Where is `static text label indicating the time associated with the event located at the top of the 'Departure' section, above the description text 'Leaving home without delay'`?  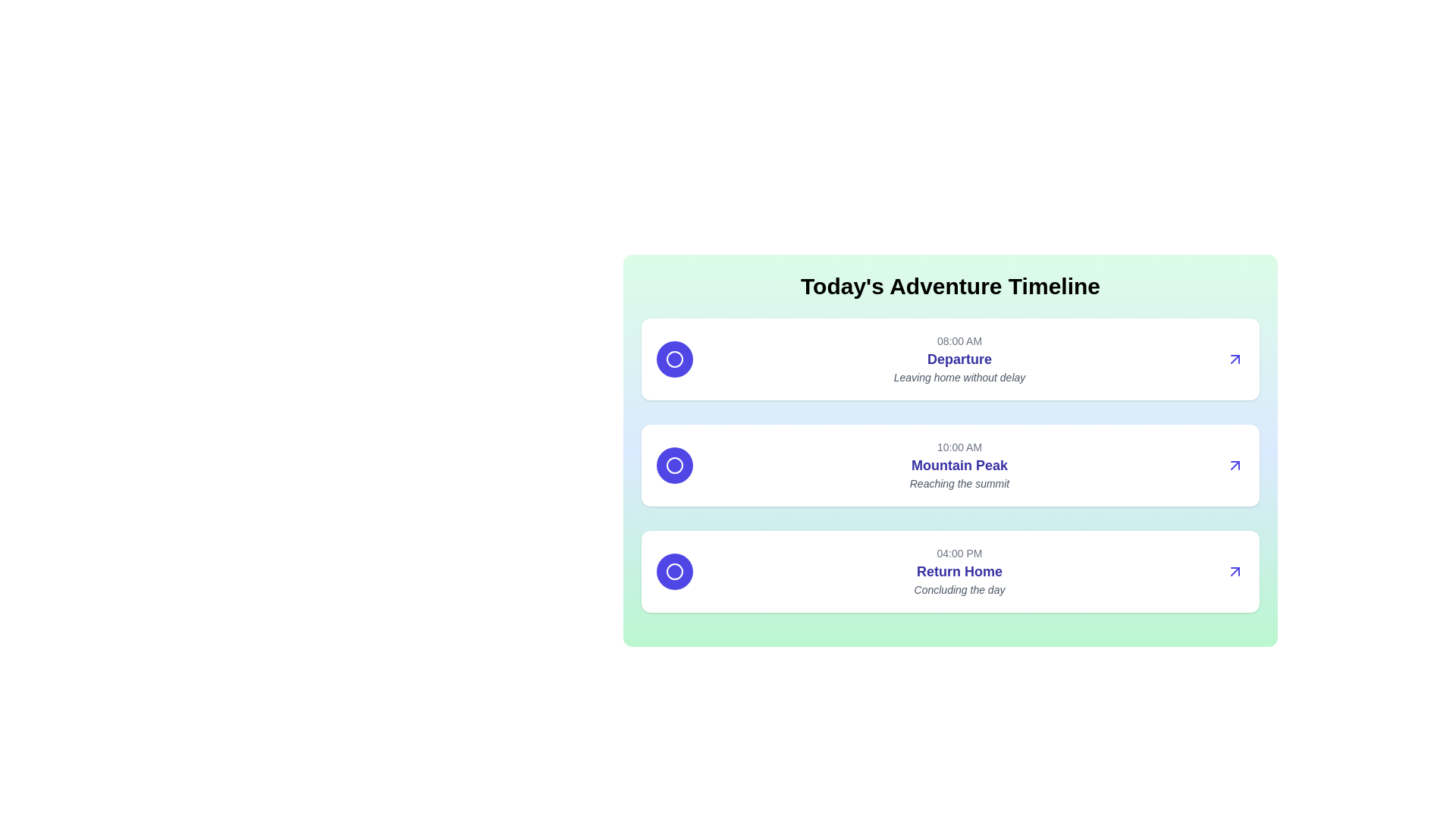 static text label indicating the time associated with the event located at the top of the 'Departure' section, above the description text 'Leaving home without delay' is located at coordinates (959, 341).